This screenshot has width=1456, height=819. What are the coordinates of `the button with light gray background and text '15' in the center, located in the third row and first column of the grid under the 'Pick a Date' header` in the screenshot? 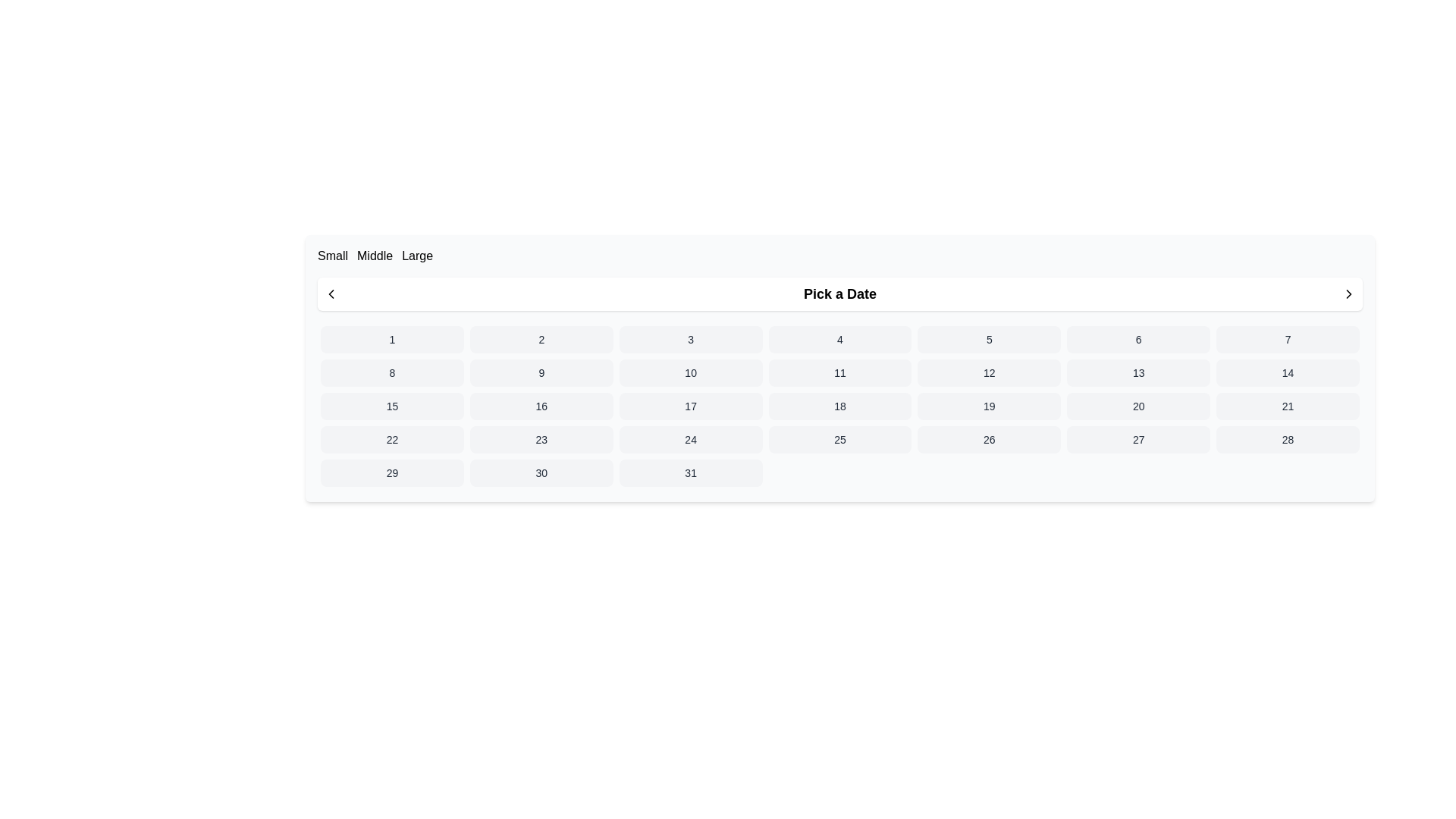 It's located at (392, 406).